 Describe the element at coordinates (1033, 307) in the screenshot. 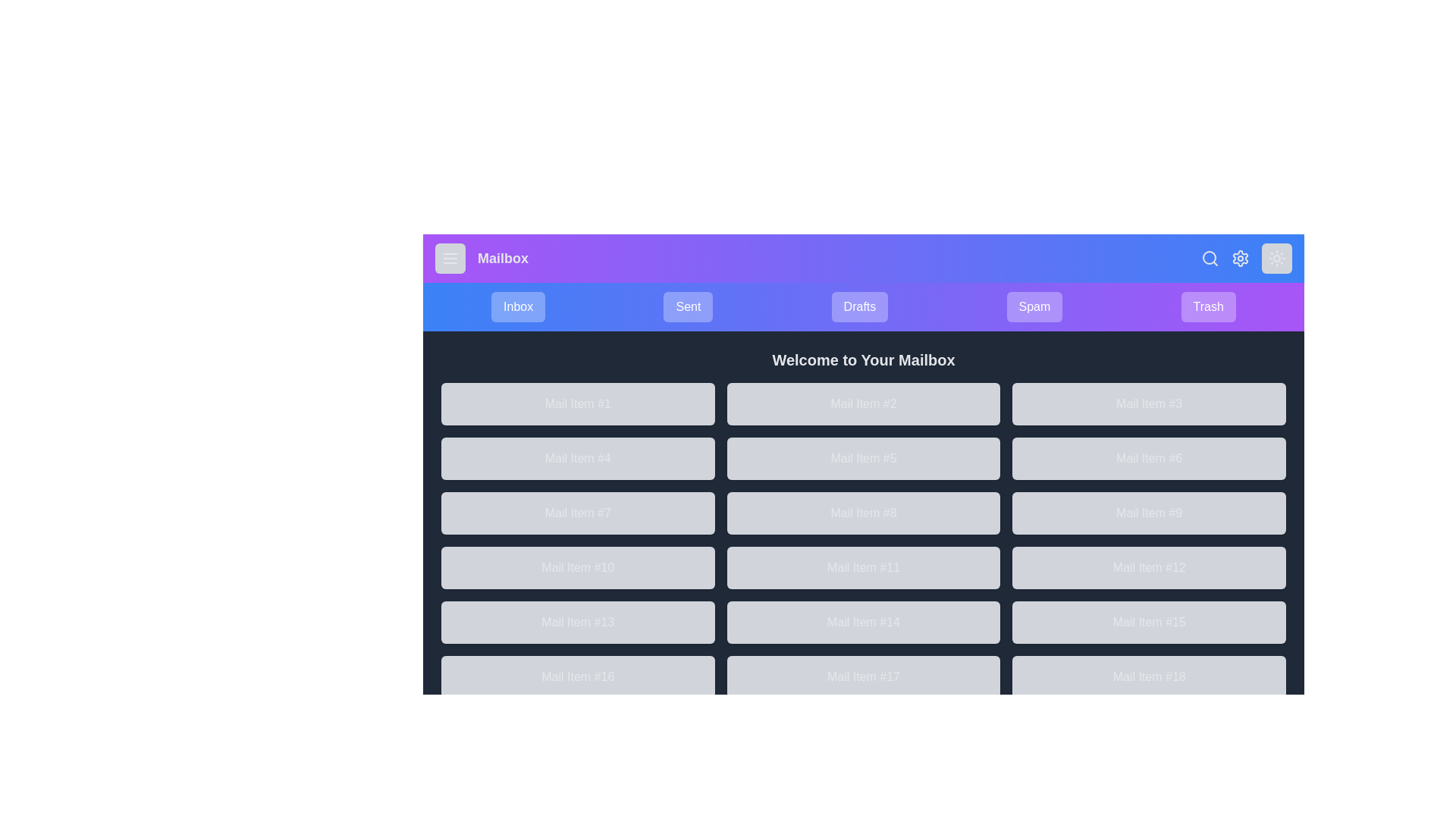

I see `the mailbox category Spam to view its contents` at that location.